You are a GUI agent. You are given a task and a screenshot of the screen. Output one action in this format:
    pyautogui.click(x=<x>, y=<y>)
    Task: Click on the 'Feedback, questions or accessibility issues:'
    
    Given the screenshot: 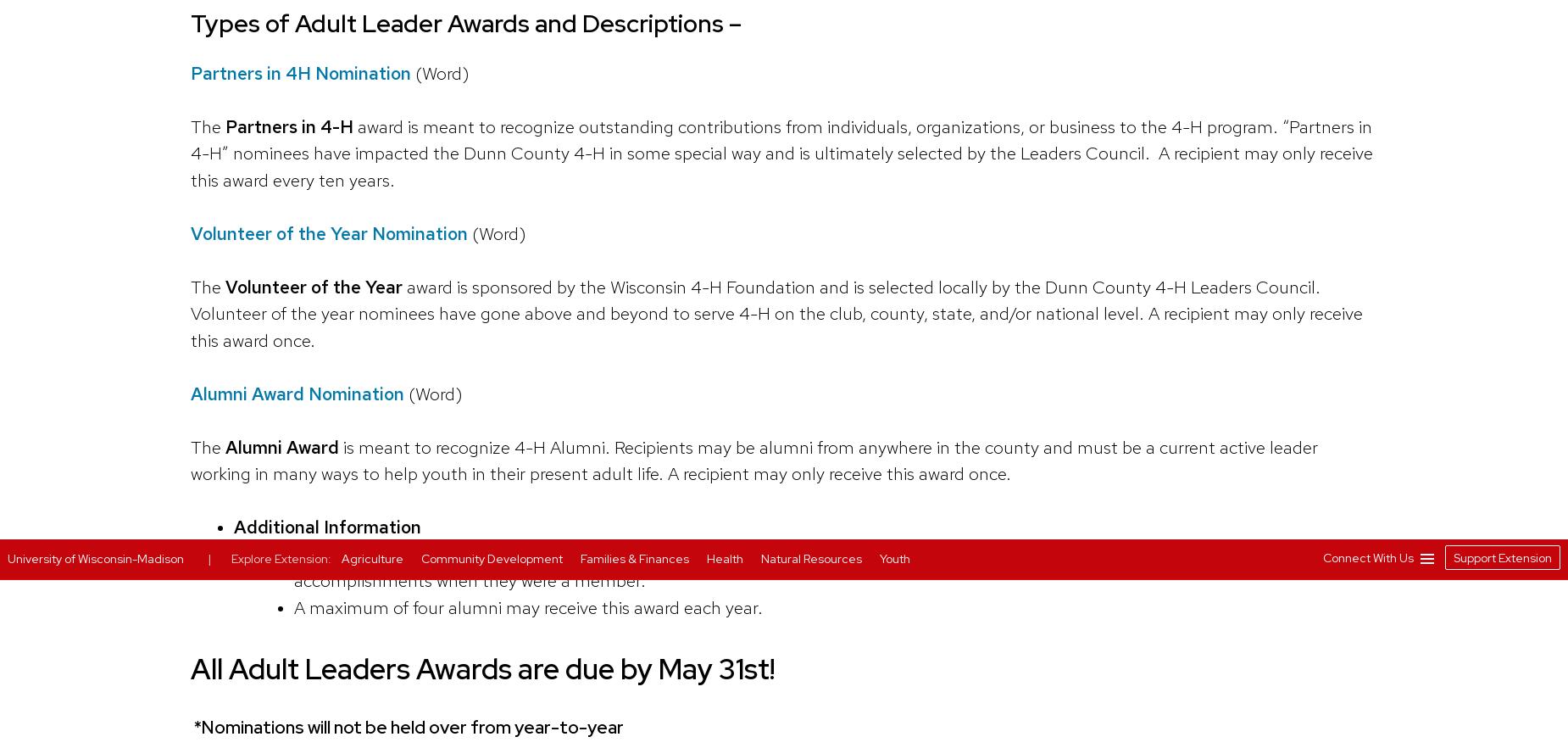 What is the action you would take?
    pyautogui.click(x=463, y=66)
    